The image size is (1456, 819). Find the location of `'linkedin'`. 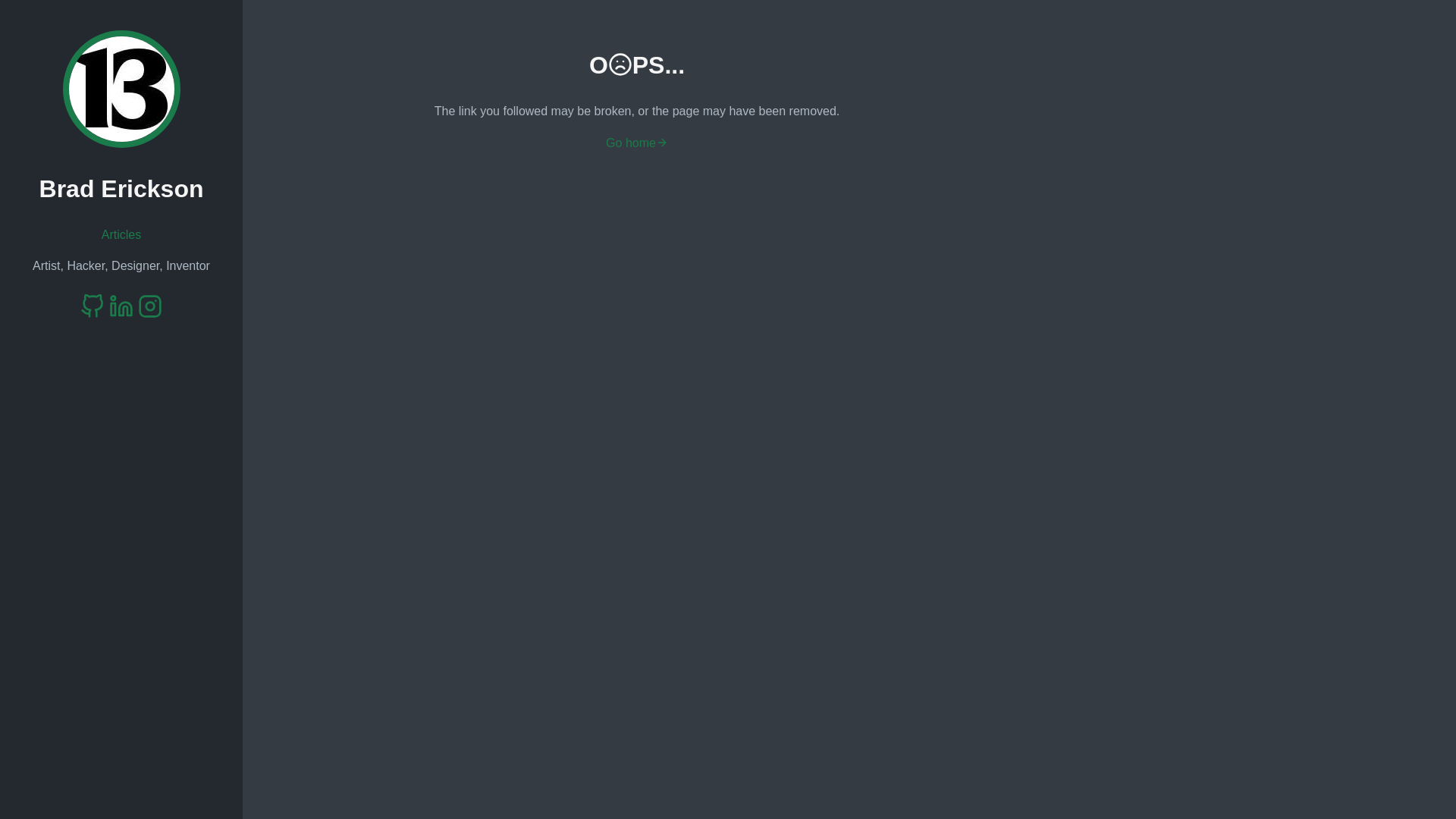

'linkedin' is located at coordinates (108, 307).